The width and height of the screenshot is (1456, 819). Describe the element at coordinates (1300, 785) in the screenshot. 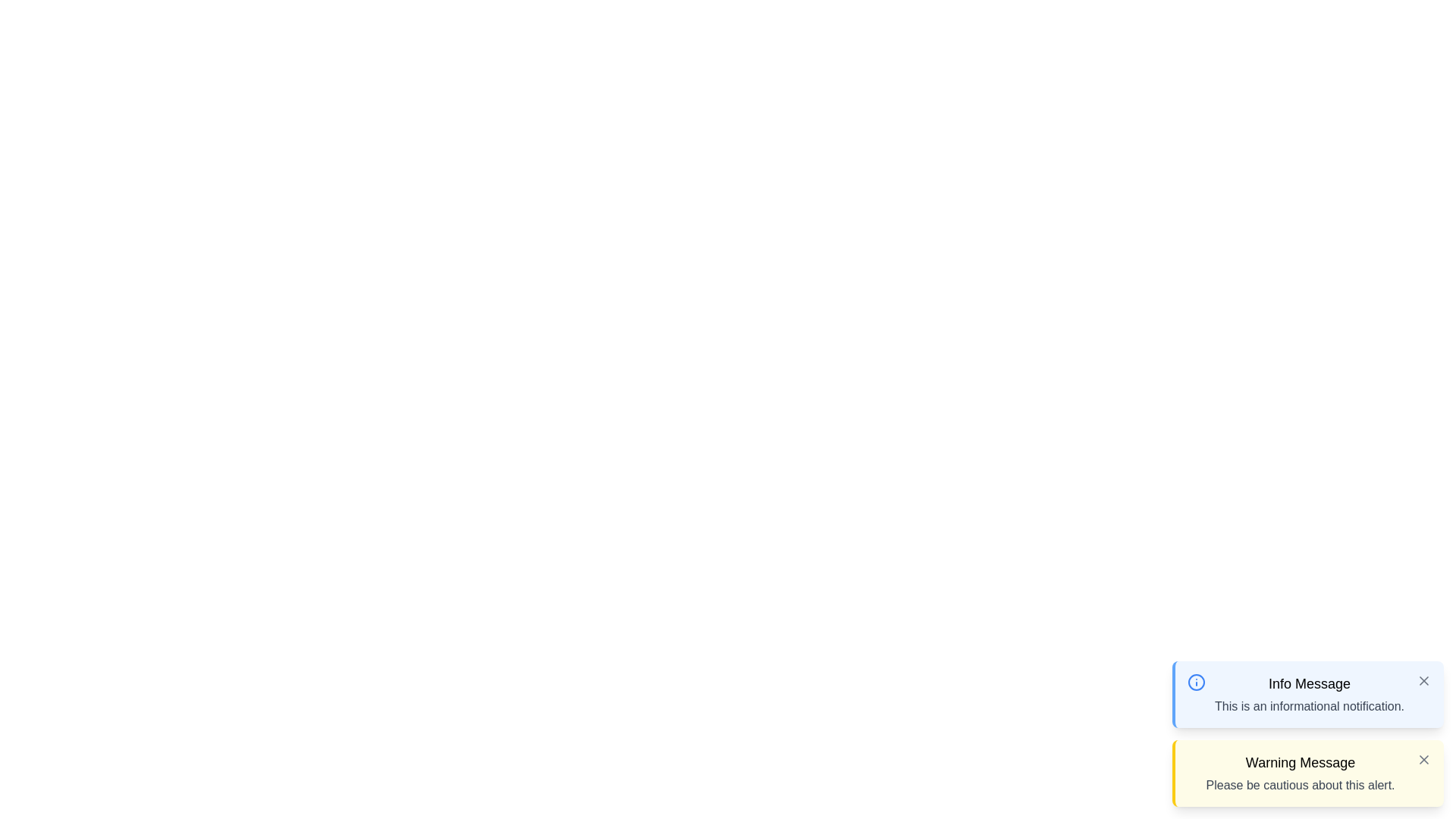

I see `the static text reading 'Please be cautious about this alert.' which is styled in gray and appears in a warning message interface with a yellow background` at that location.